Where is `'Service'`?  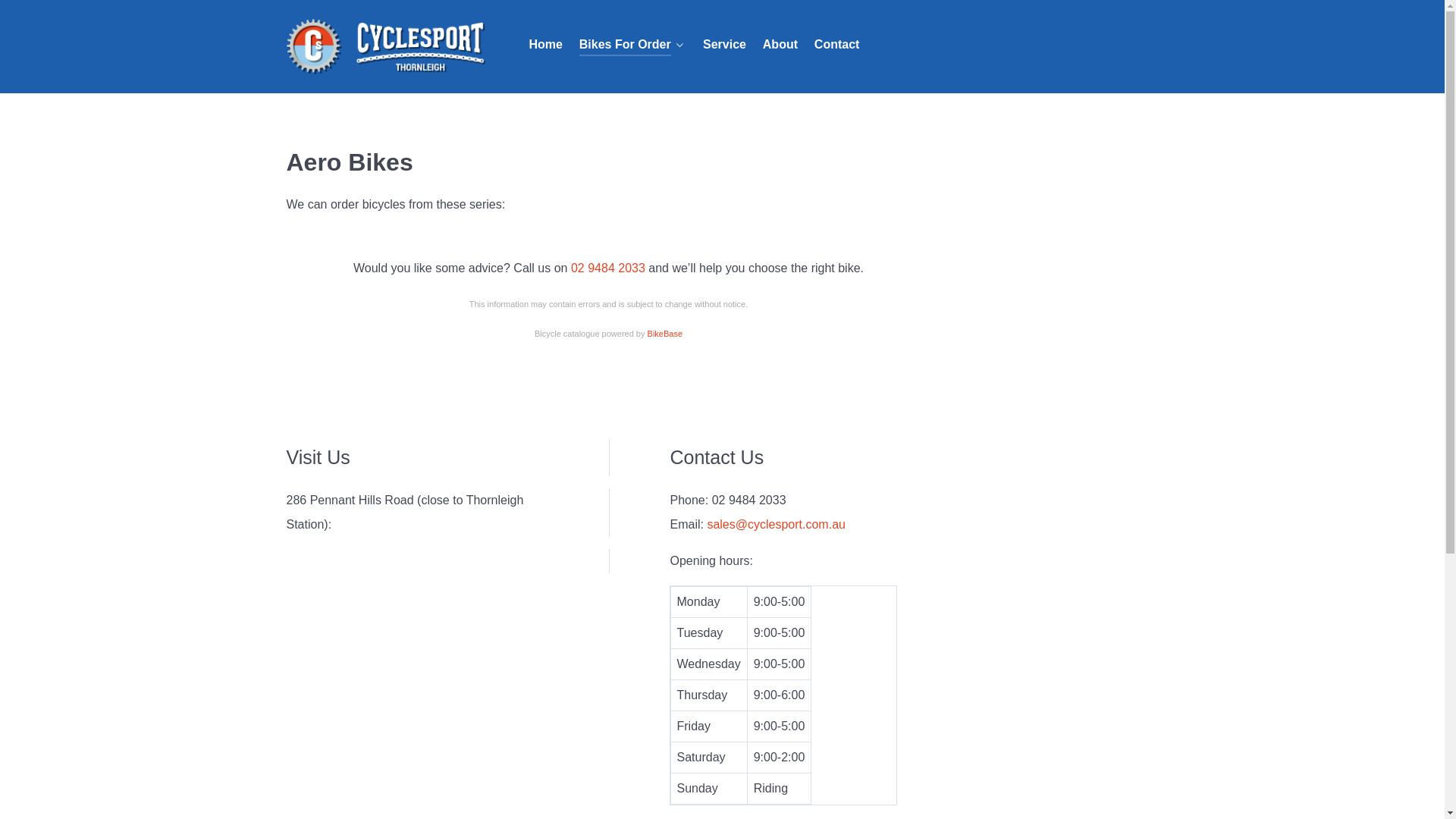
'Service' is located at coordinates (723, 45).